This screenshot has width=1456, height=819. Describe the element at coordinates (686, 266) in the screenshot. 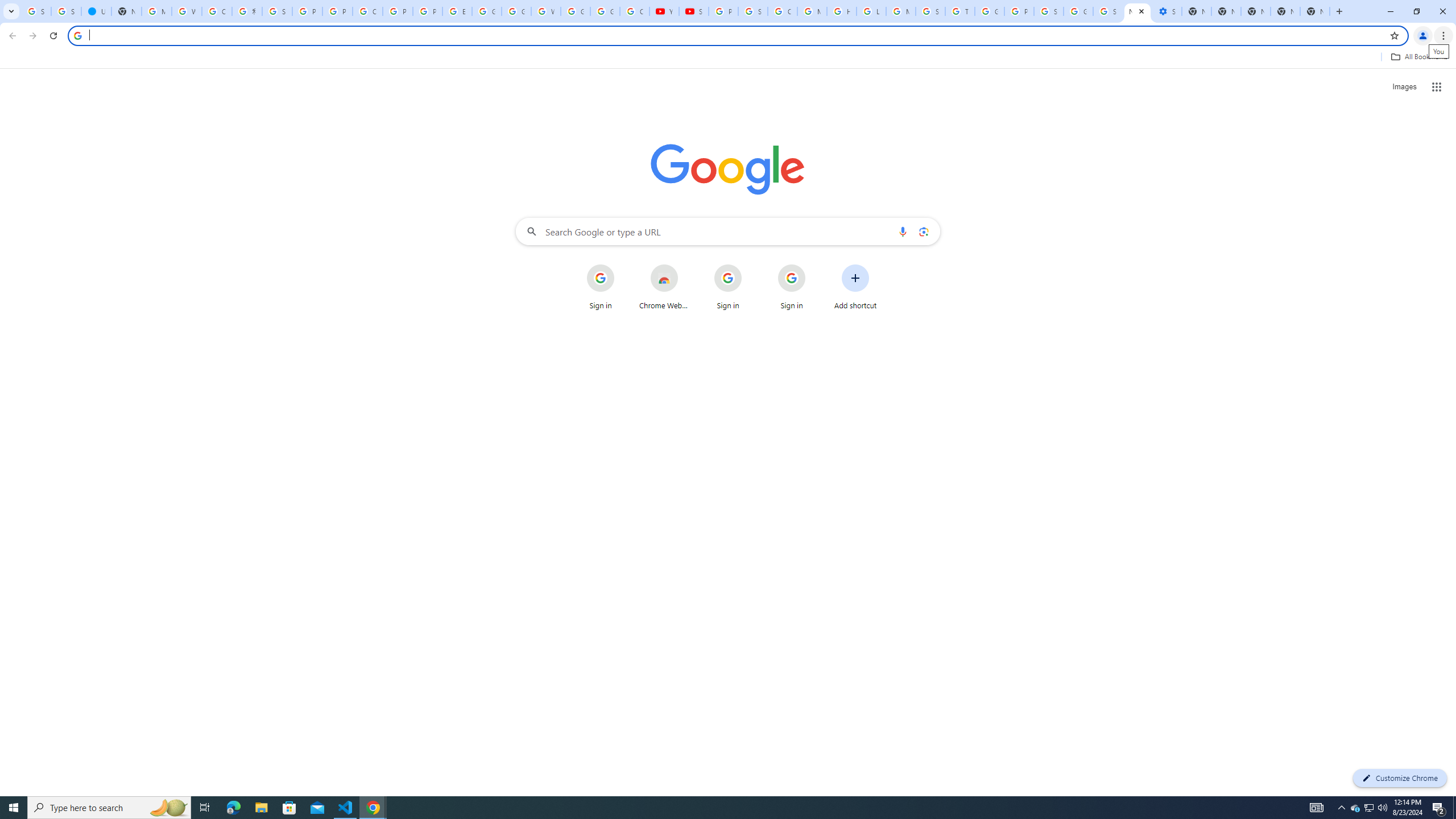

I see `'More actions for Chrome Web Store shortcut'` at that location.